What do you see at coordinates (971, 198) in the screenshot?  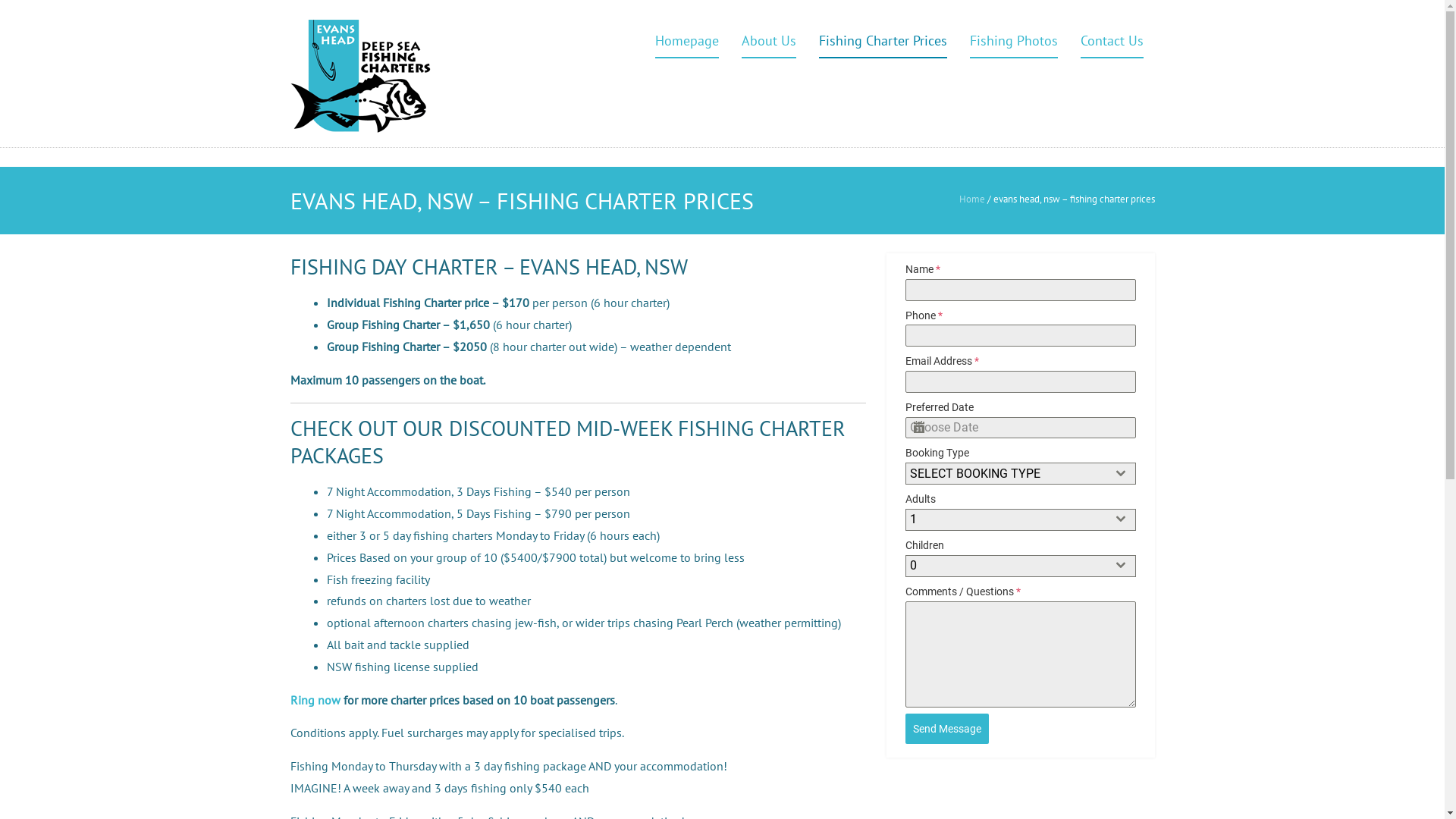 I see `'Home'` at bounding box center [971, 198].